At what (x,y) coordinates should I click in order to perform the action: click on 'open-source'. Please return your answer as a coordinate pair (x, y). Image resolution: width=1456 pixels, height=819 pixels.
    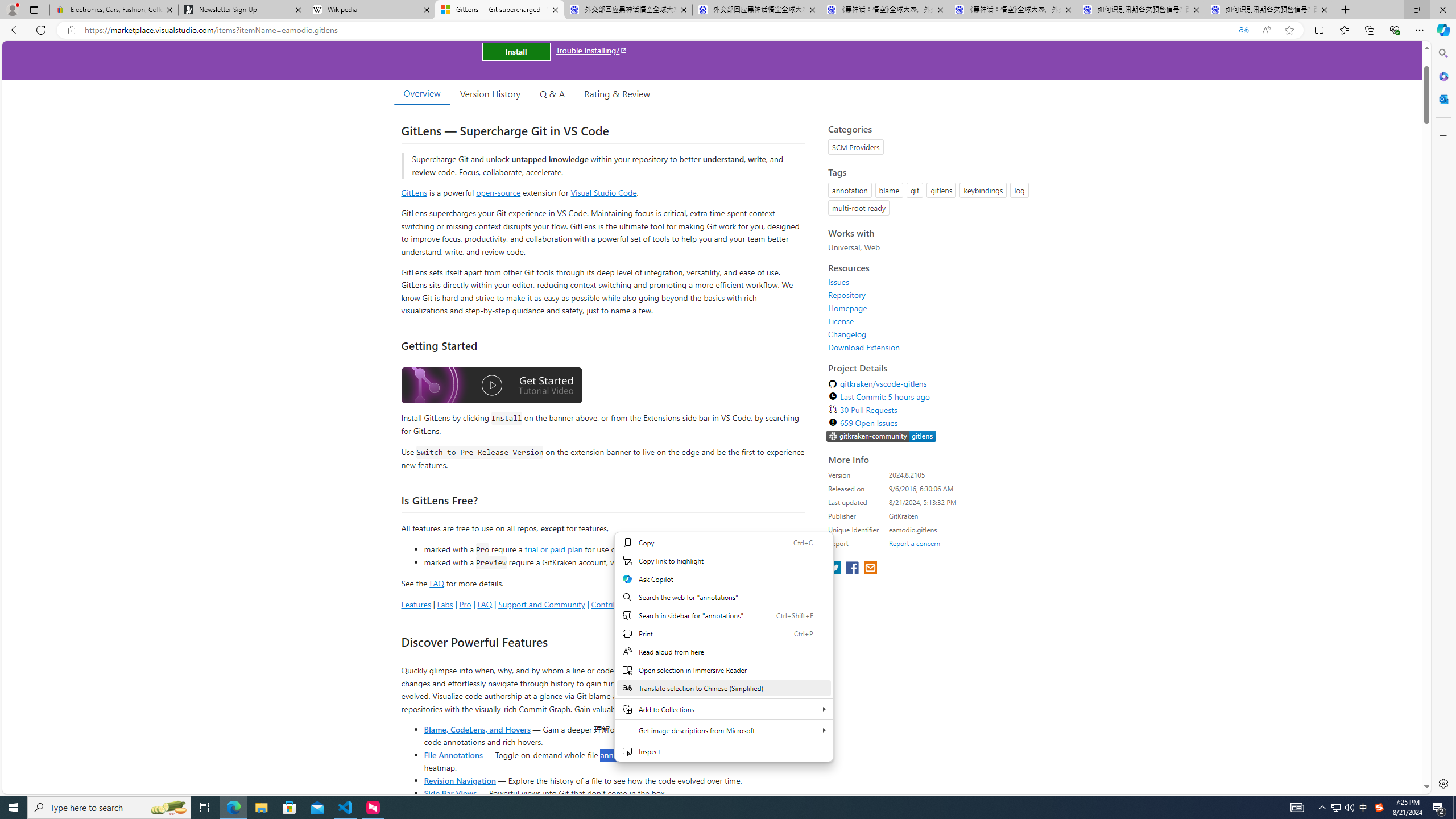
    Looking at the image, I should click on (498, 192).